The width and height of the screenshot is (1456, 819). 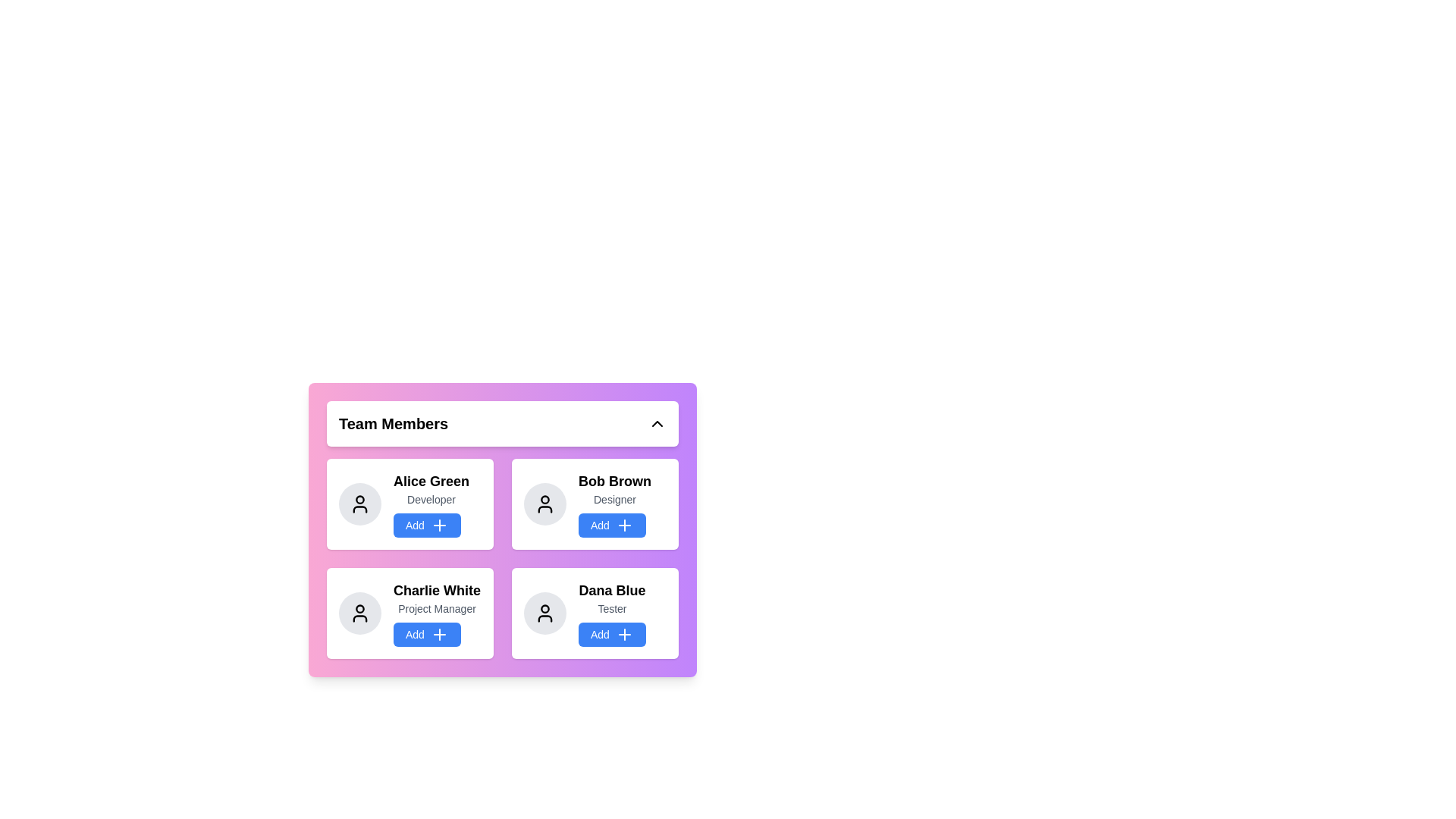 What do you see at coordinates (545, 613) in the screenshot?
I see `the user profile icon representing 'Dana Blue' in the lower-right corner of the grid, which is aligned above the 'Add' button` at bounding box center [545, 613].